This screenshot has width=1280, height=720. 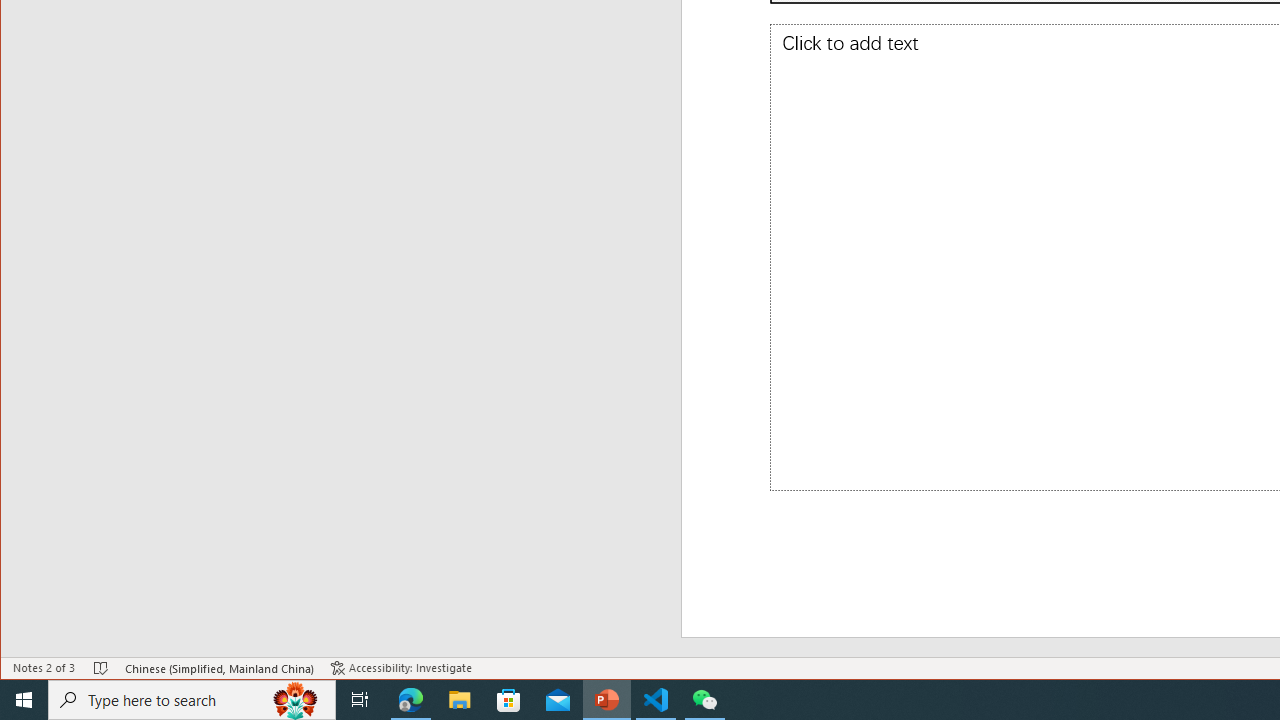 I want to click on 'WeChat - 1 running window', so click(x=705, y=698).